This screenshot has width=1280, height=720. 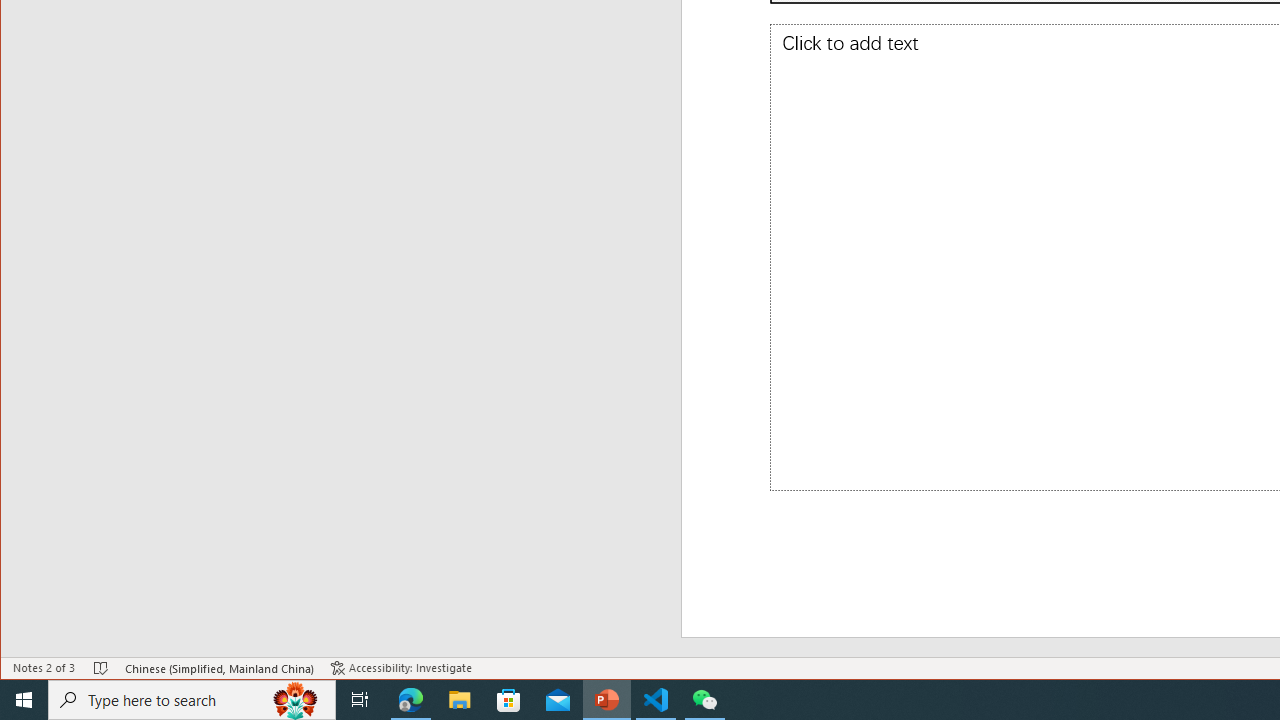 I want to click on 'WeChat - 1 running window', so click(x=705, y=698).